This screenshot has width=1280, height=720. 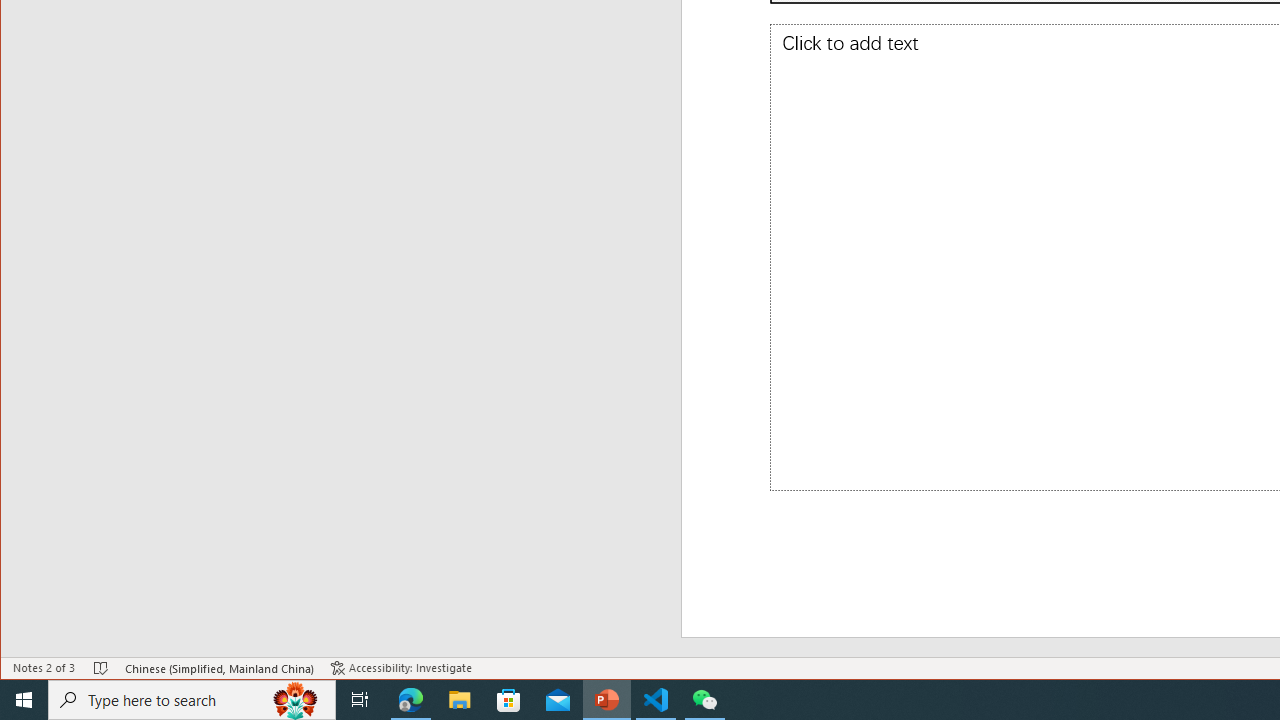 I want to click on 'WeChat - 1 running window', so click(x=705, y=698).